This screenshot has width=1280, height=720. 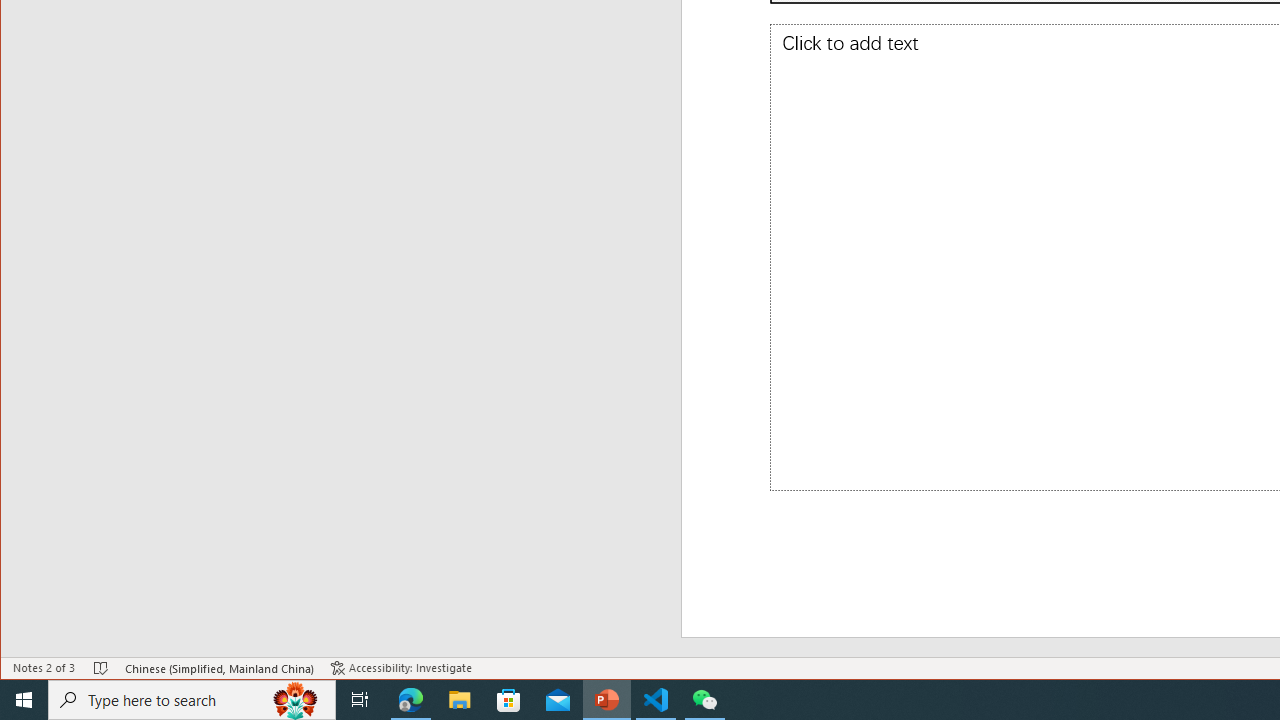 I want to click on 'WeChat - 1 running window', so click(x=705, y=698).